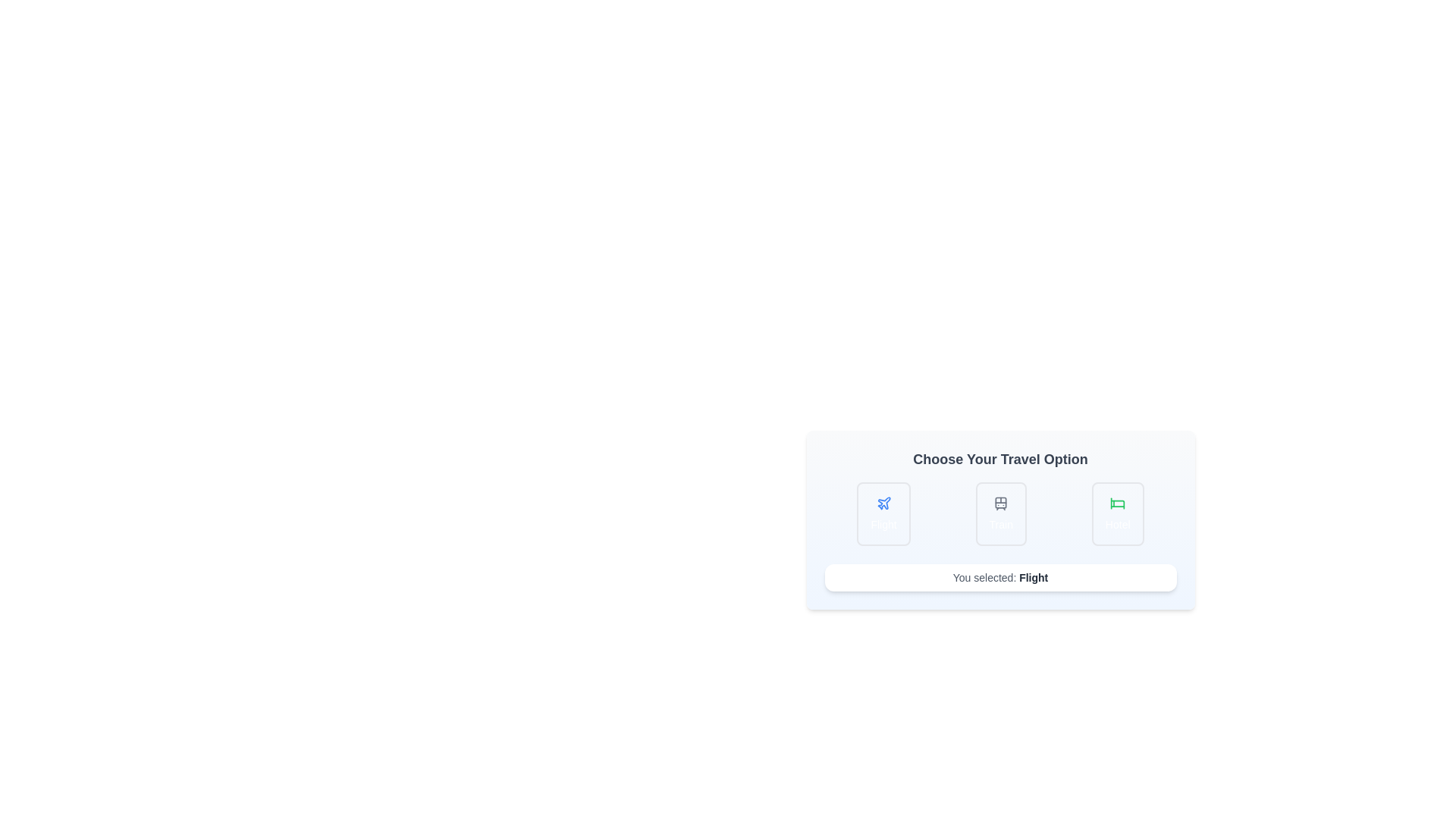 This screenshot has height=819, width=1456. I want to click on the middle button in the travel mode selection group below the title 'Choose Your Travel Option', so click(1000, 513).